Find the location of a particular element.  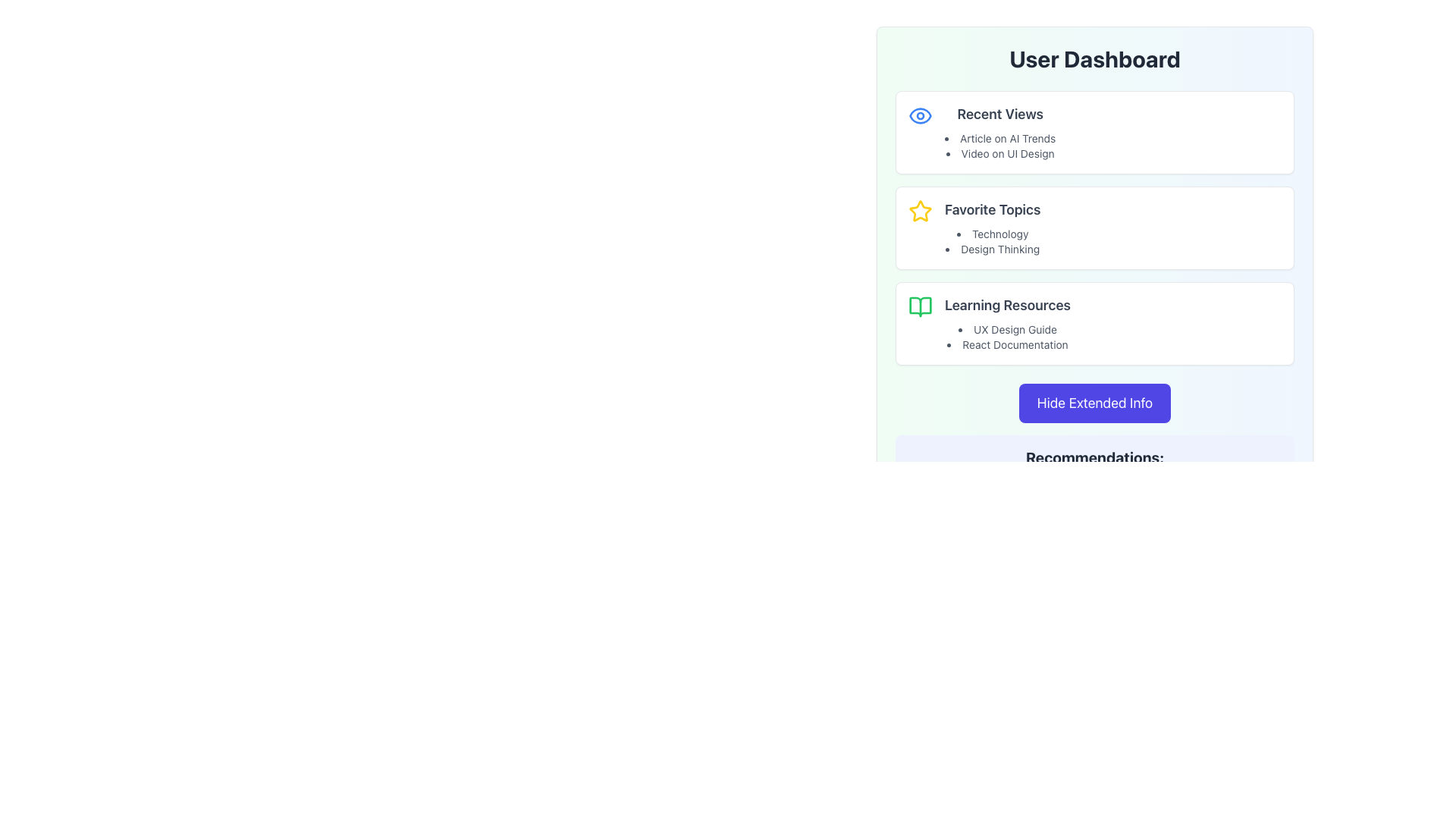

the header of the categorized list located in the lower-middle portion of the user dashboard is located at coordinates (1008, 323).